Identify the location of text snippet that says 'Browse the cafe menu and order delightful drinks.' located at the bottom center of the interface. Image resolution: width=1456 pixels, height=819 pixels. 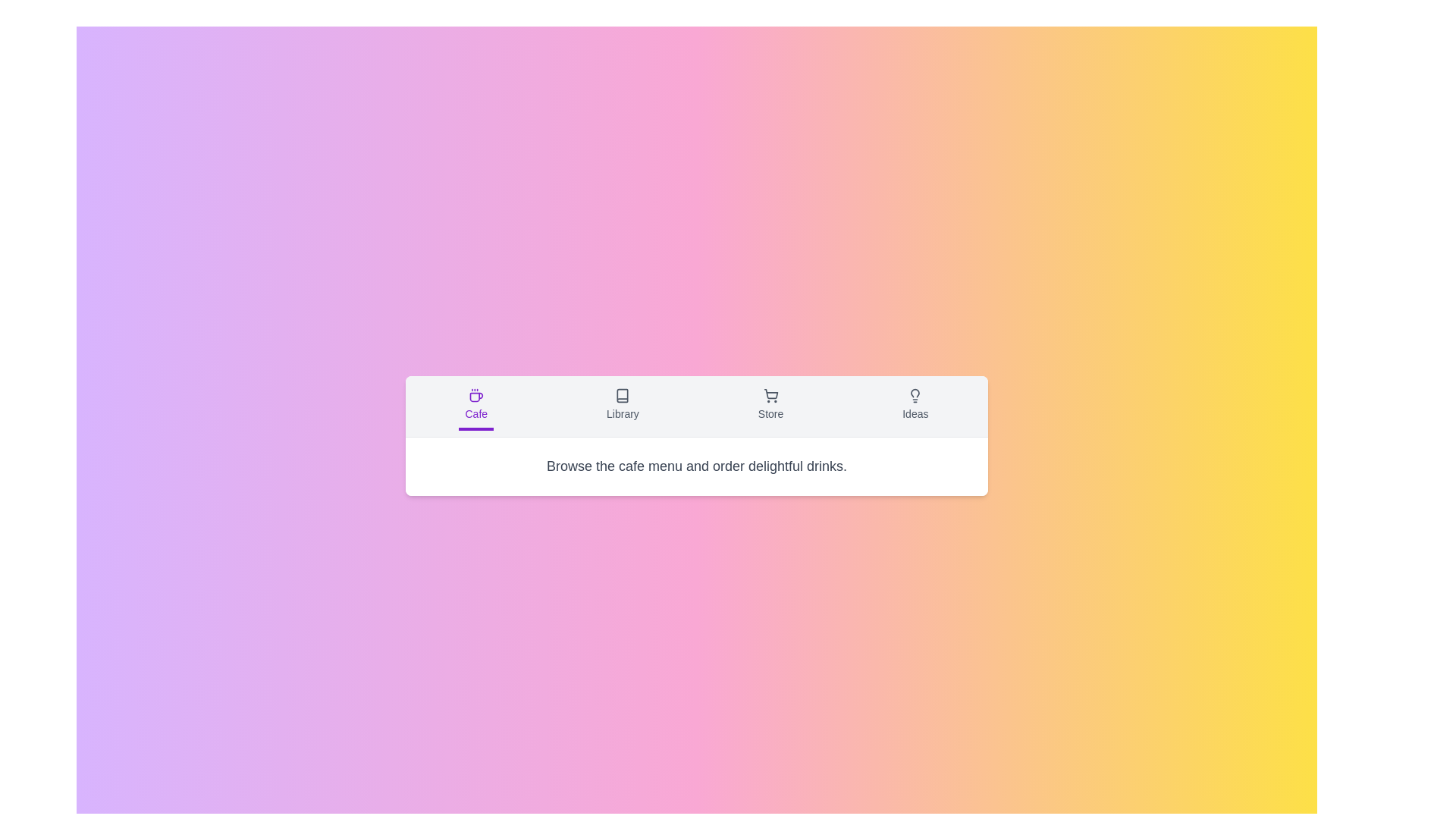
(695, 465).